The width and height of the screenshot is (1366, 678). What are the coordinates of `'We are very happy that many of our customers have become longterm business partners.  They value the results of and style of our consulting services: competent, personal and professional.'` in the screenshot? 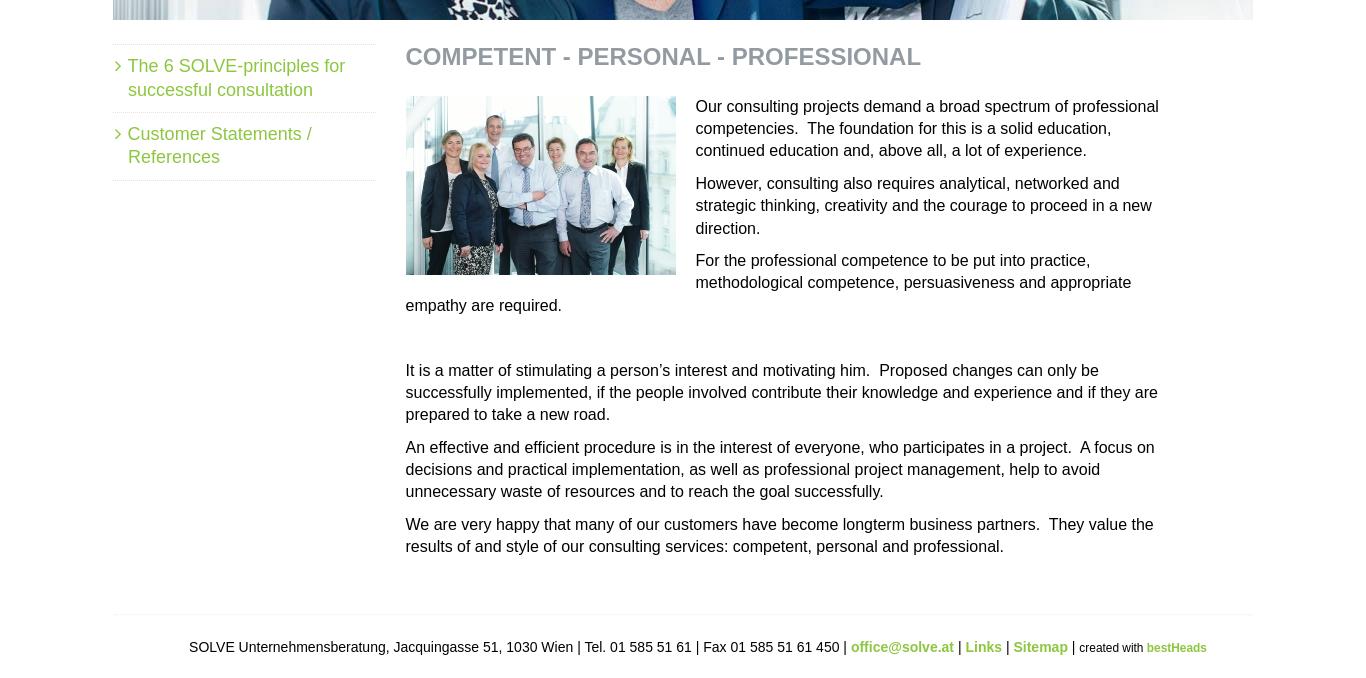 It's located at (779, 535).